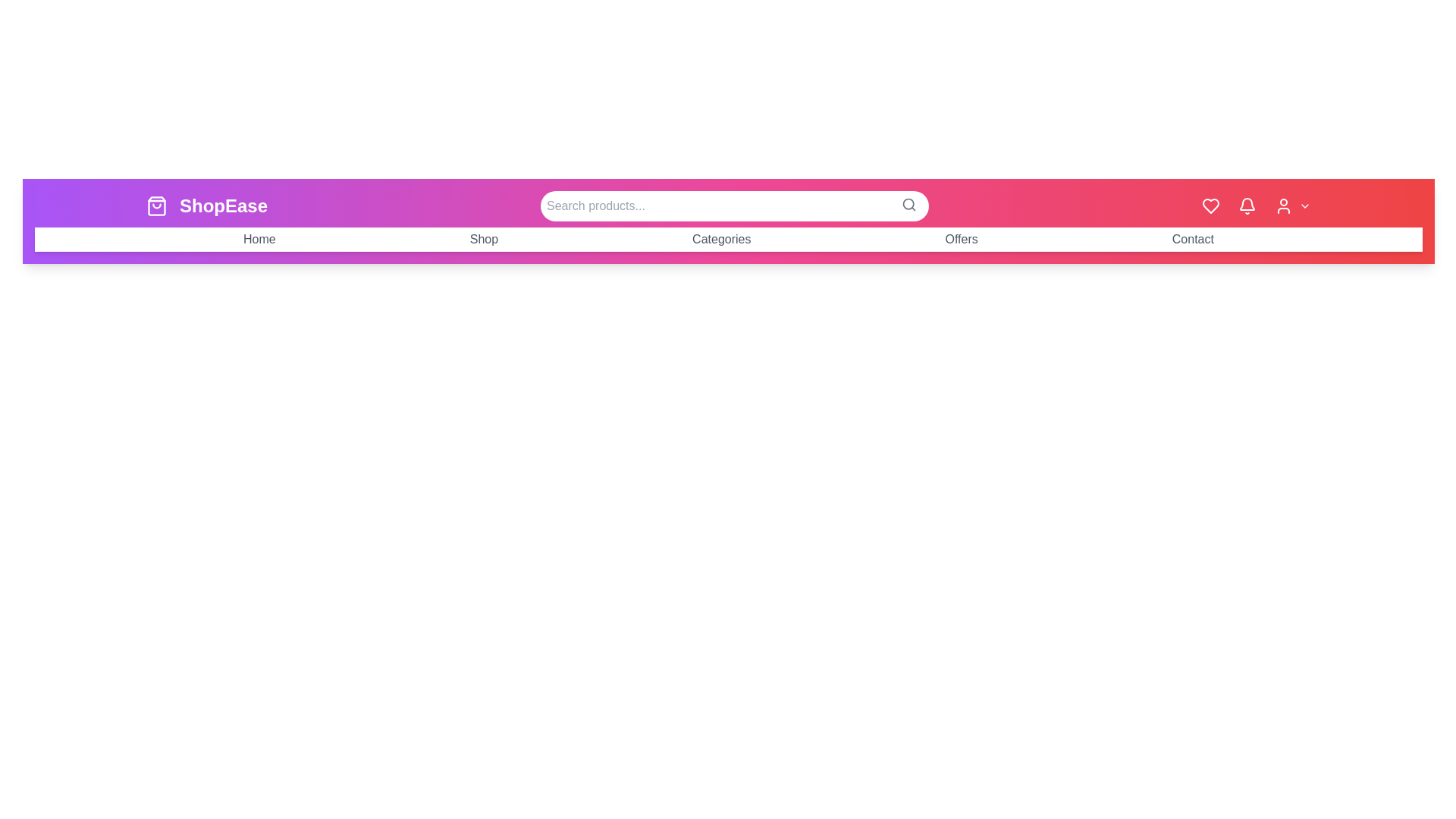 This screenshot has width=1456, height=819. Describe the element at coordinates (1283, 206) in the screenshot. I see `the user icon in the app bar` at that location.